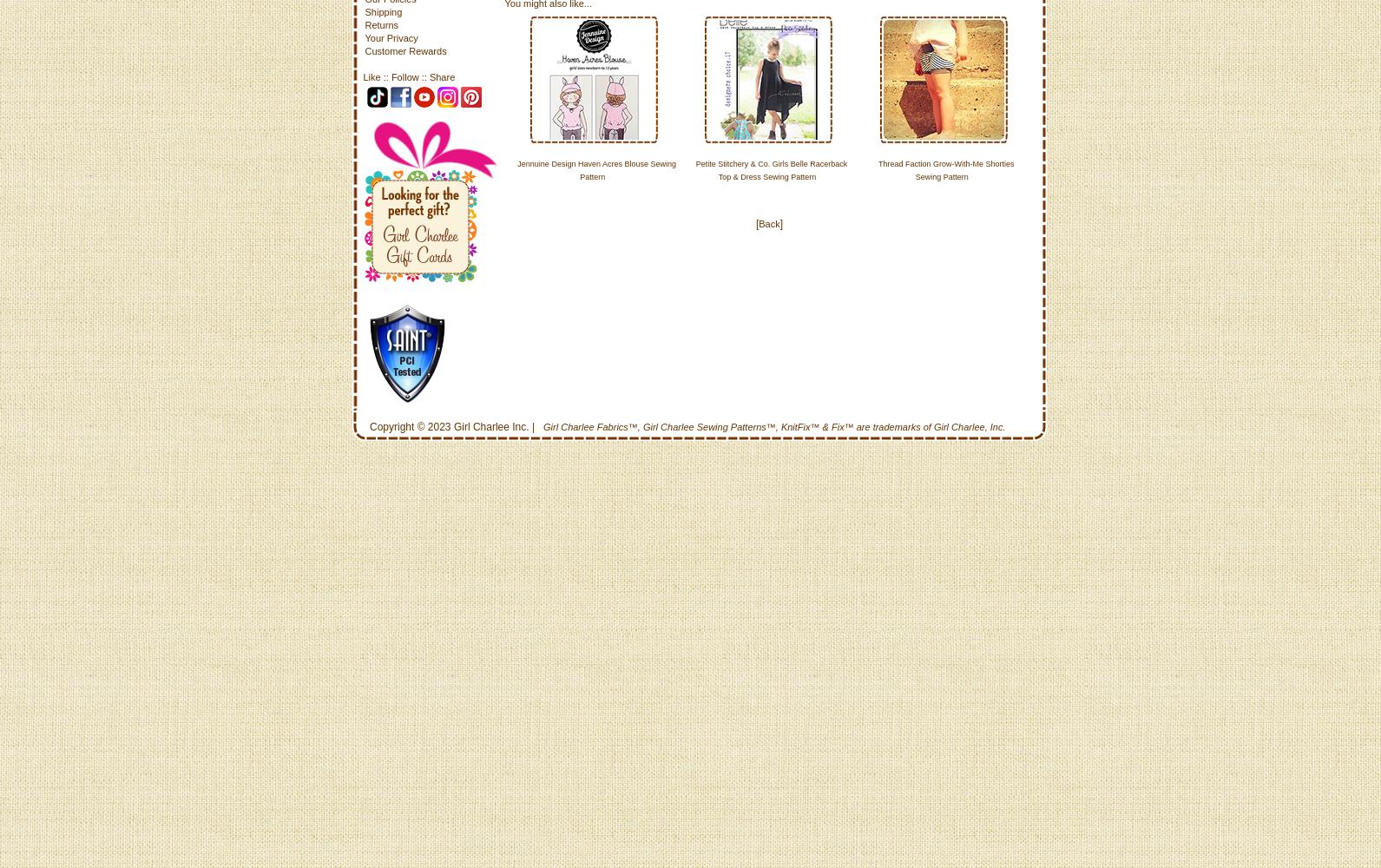  Describe the element at coordinates (757, 224) in the screenshot. I see `'Back'` at that location.